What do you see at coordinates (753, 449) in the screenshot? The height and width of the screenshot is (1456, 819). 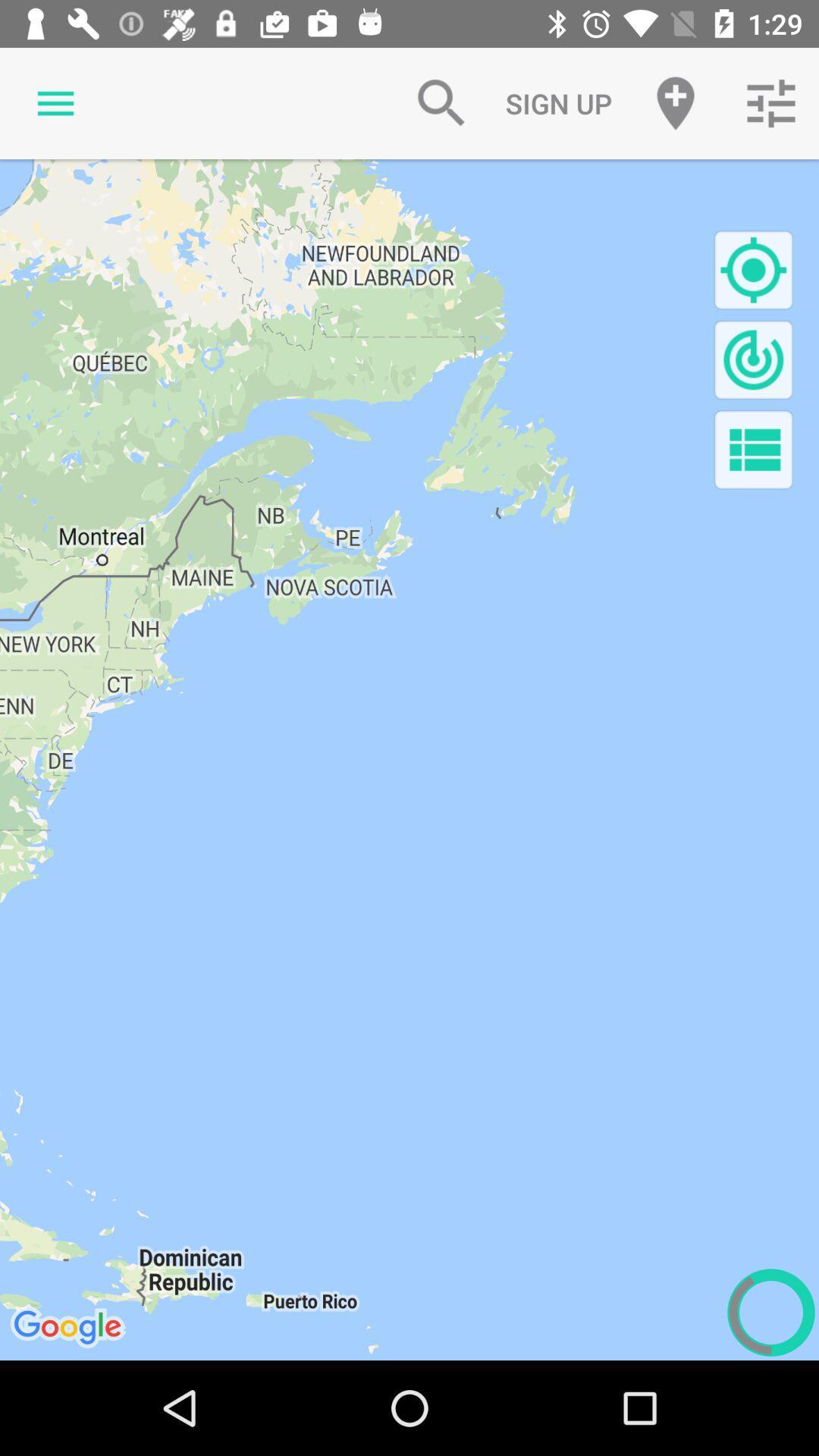 I see `show elements in a list` at bounding box center [753, 449].